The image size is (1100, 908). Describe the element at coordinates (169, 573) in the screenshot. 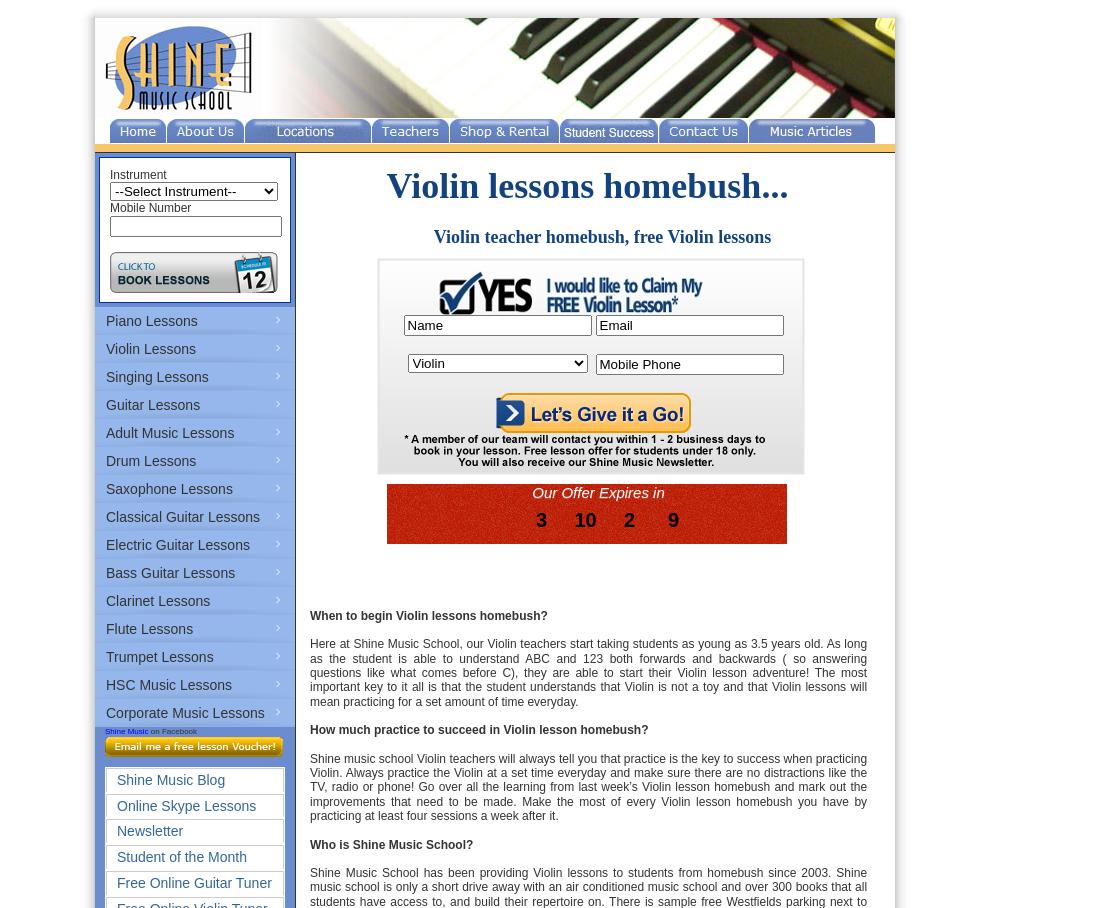

I see `'Bass Guitar Lessons'` at that location.